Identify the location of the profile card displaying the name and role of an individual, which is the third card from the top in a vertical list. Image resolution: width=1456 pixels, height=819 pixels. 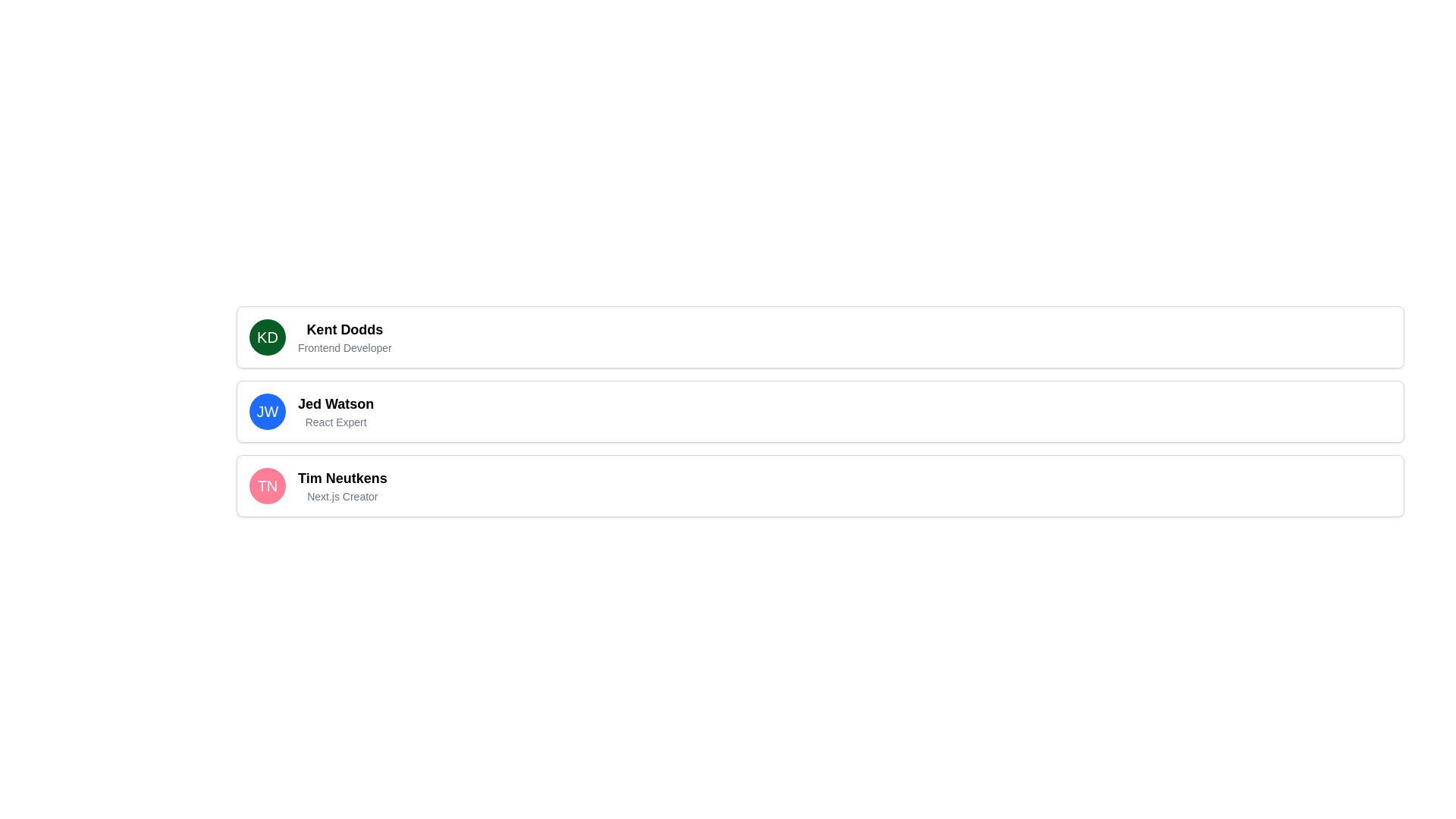
(819, 485).